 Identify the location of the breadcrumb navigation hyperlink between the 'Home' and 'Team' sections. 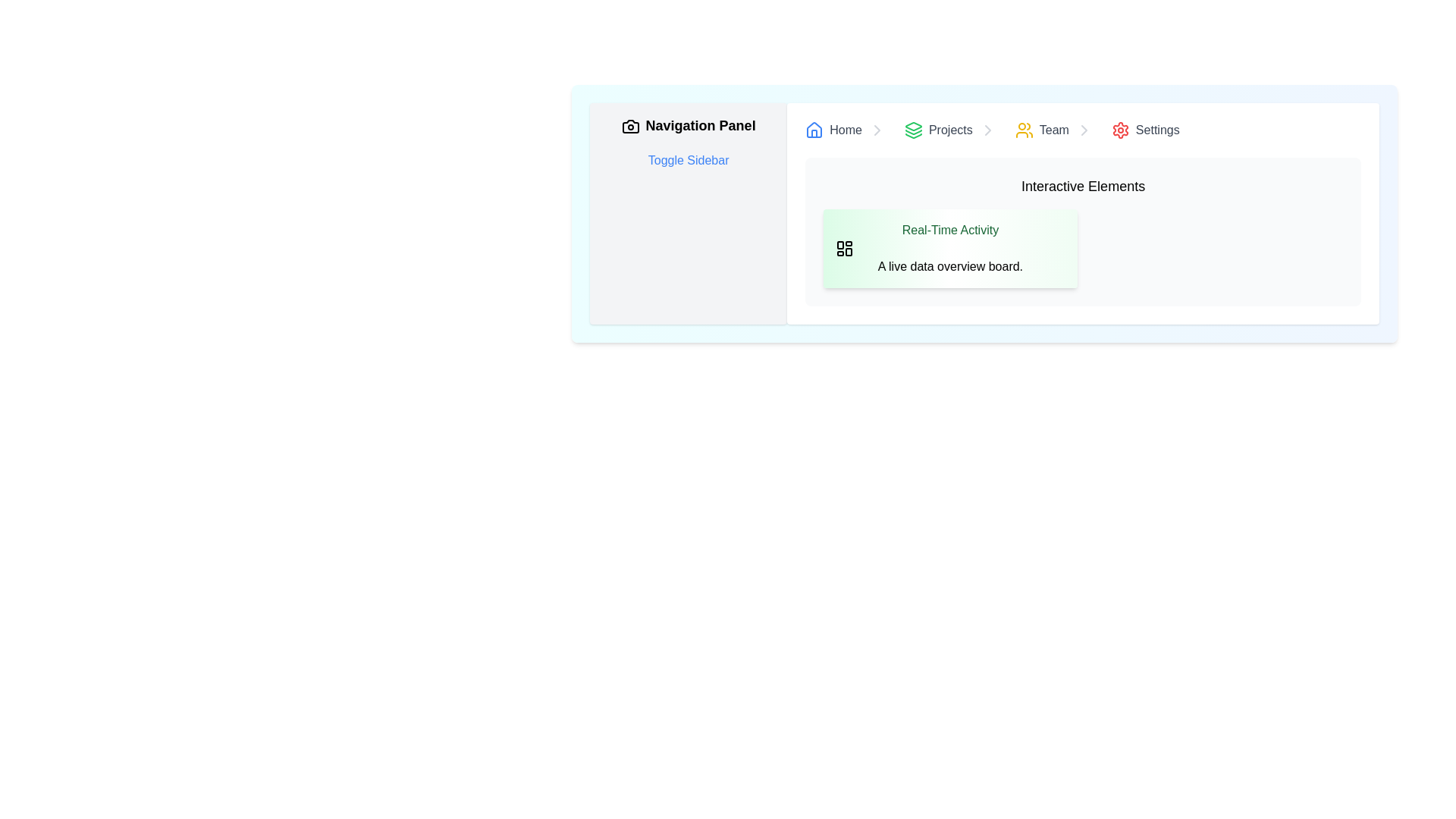
(952, 130).